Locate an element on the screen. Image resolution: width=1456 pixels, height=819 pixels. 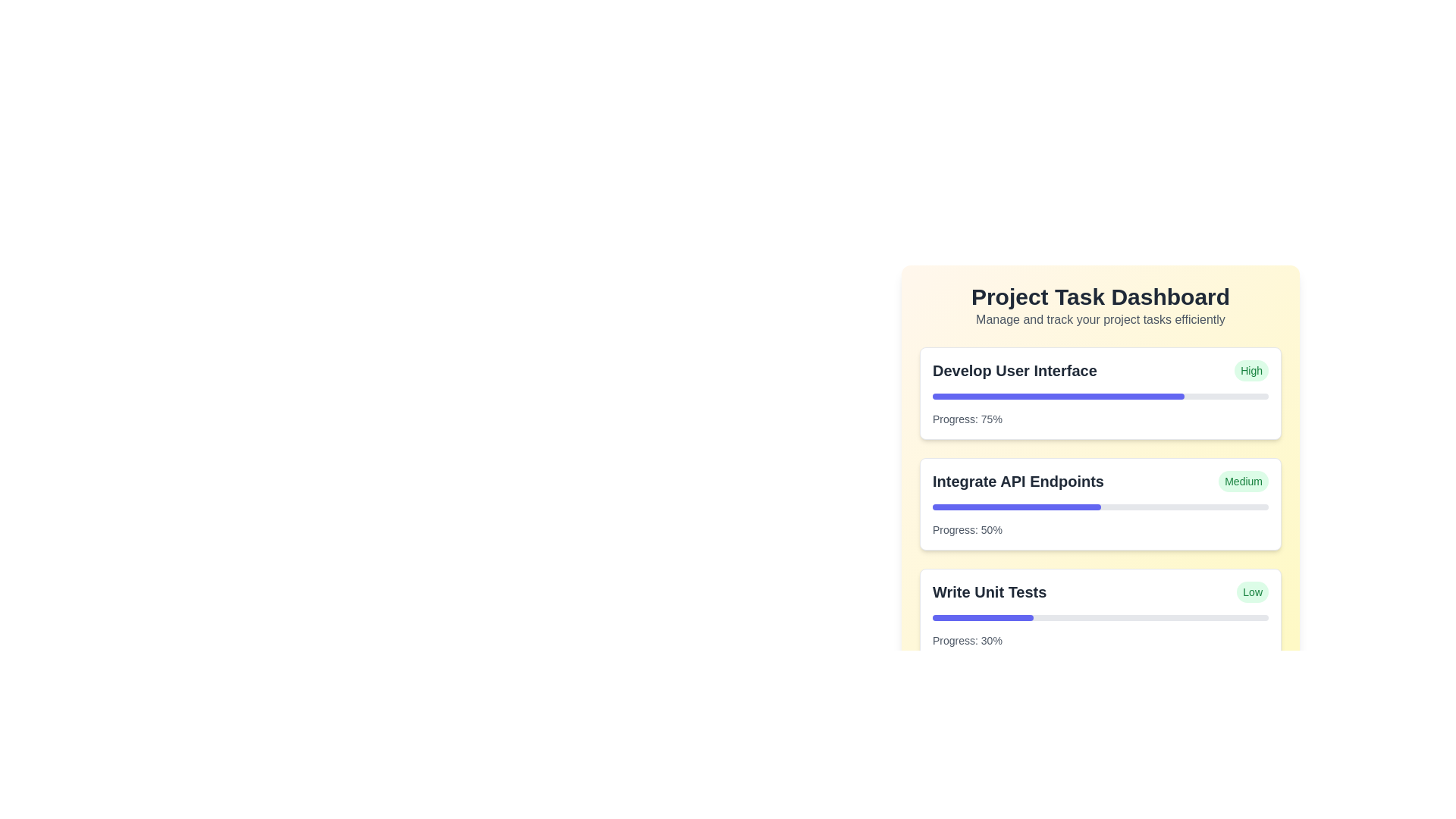
the progress bar element within the card layout titled 'Develop User Interface', located below the text elements 'Progress: 75%' and 'High', to visually represent the current progress is located at coordinates (1100, 396).